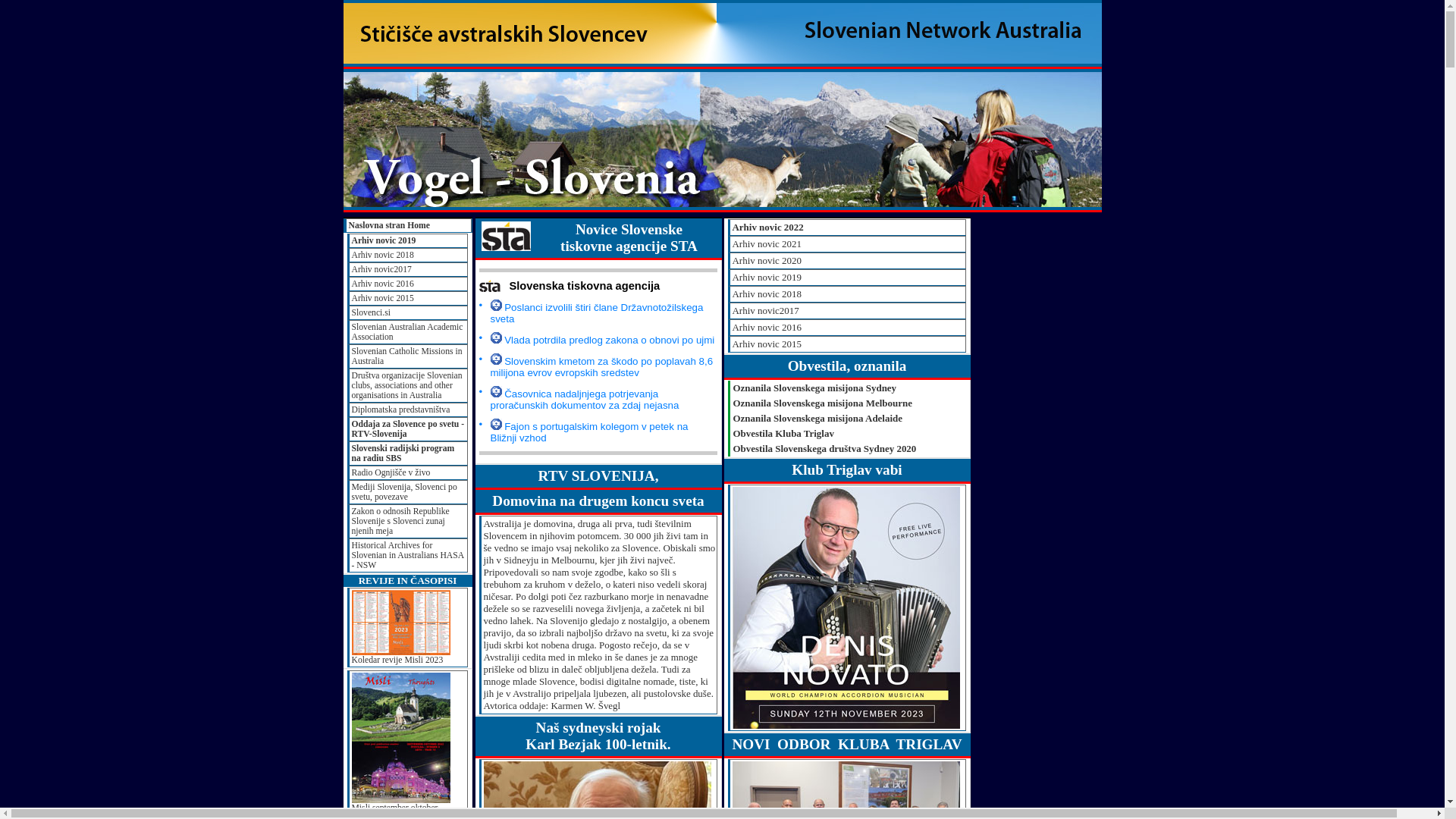  What do you see at coordinates (344, 225) in the screenshot?
I see `'Naslovna stran Home'` at bounding box center [344, 225].